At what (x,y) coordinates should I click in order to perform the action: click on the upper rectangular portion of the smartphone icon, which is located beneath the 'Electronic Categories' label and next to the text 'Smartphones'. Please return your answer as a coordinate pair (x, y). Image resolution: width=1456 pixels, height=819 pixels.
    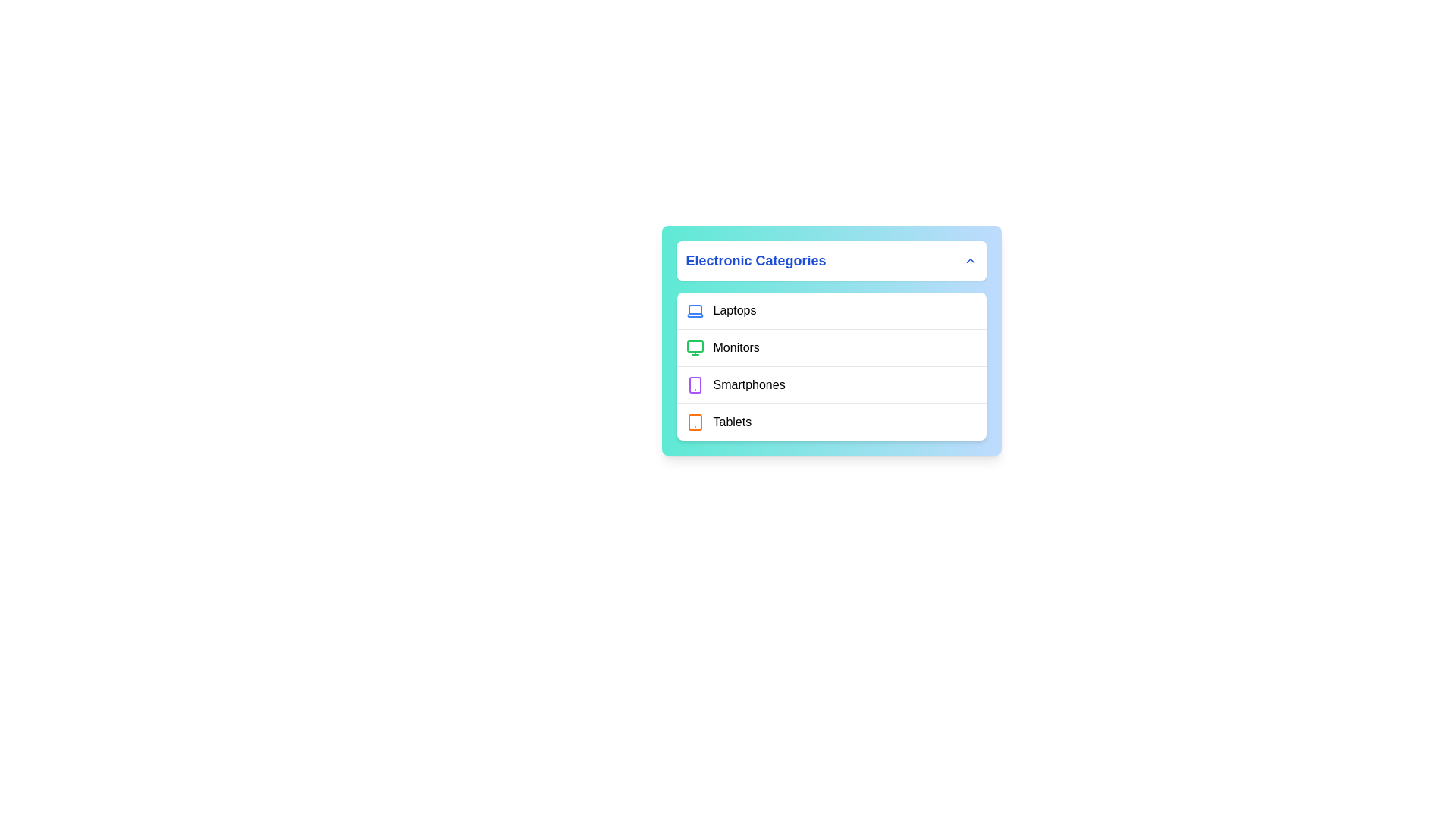
    Looking at the image, I should click on (694, 384).